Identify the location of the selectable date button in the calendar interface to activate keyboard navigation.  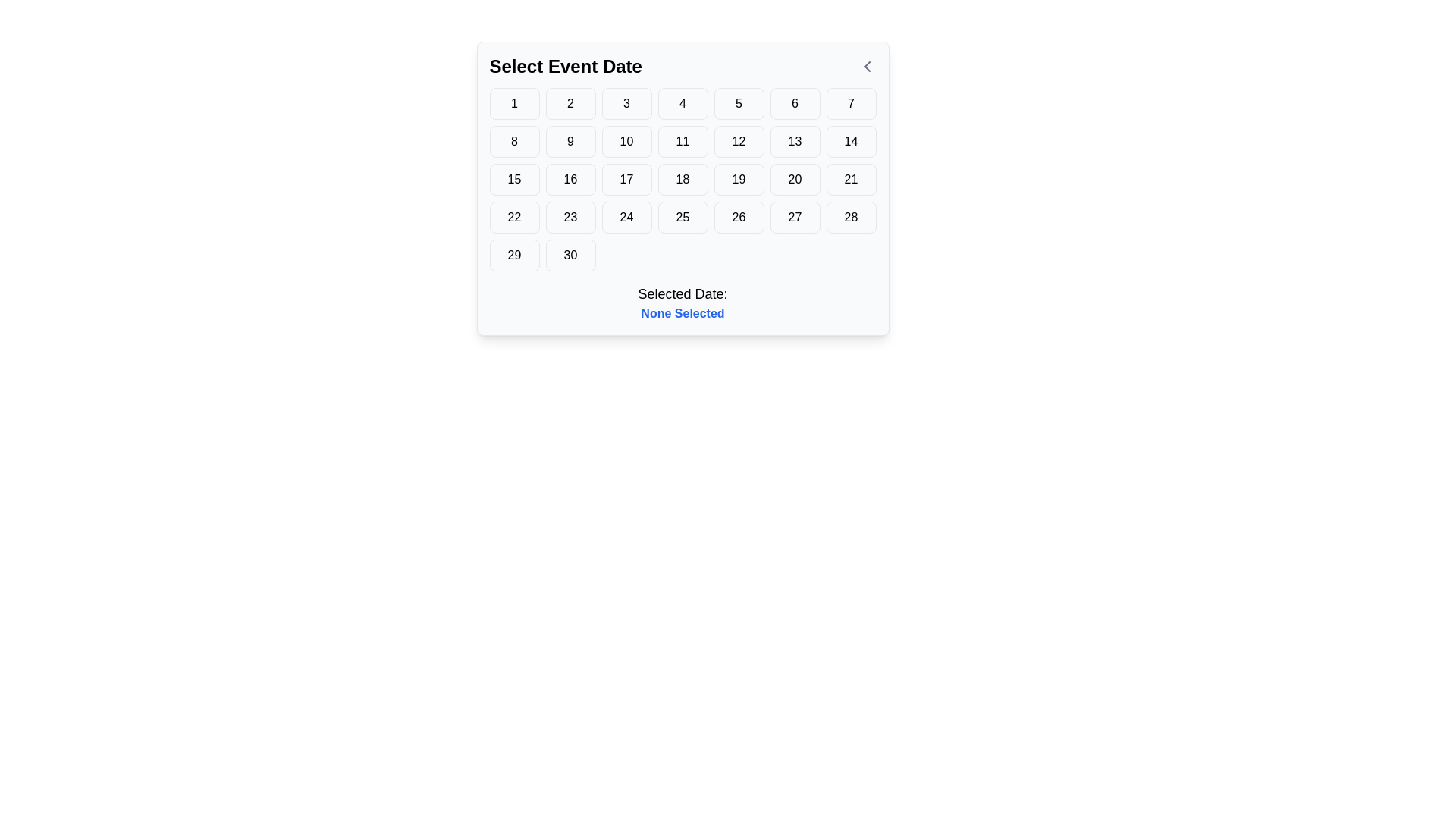
(794, 141).